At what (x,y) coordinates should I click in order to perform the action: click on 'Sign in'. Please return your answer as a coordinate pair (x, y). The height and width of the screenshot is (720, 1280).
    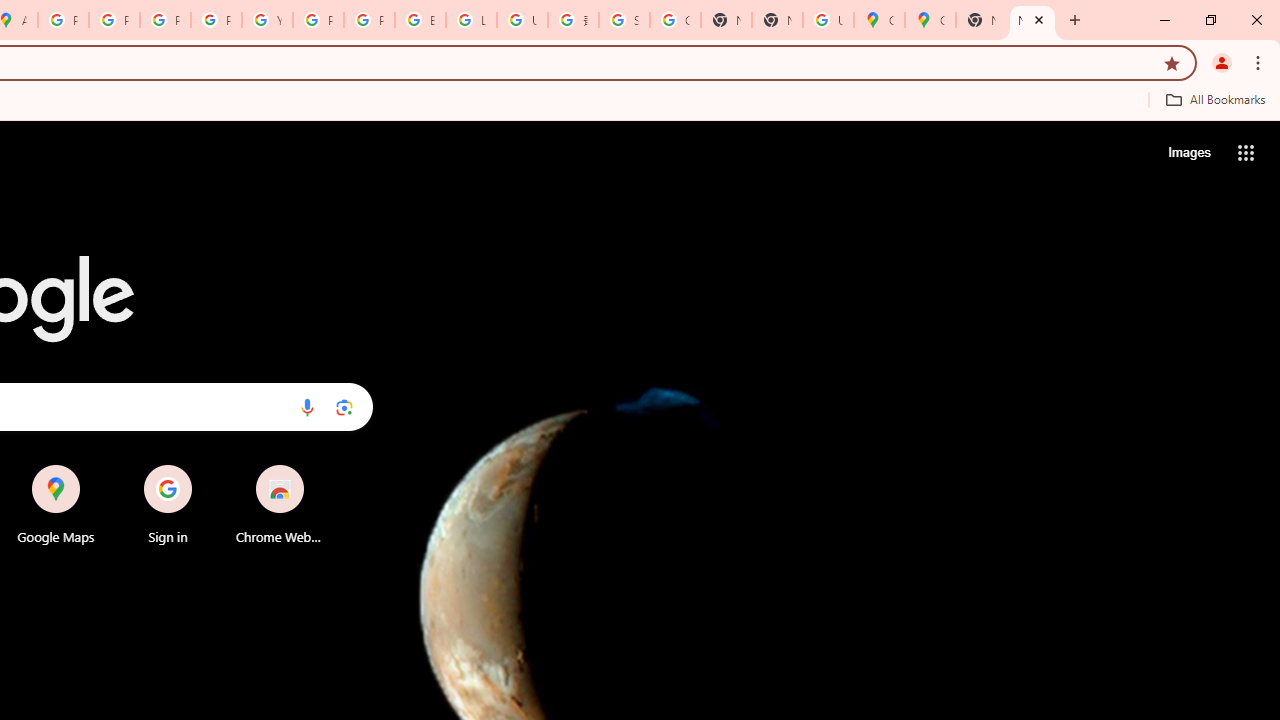
    Looking at the image, I should click on (168, 504).